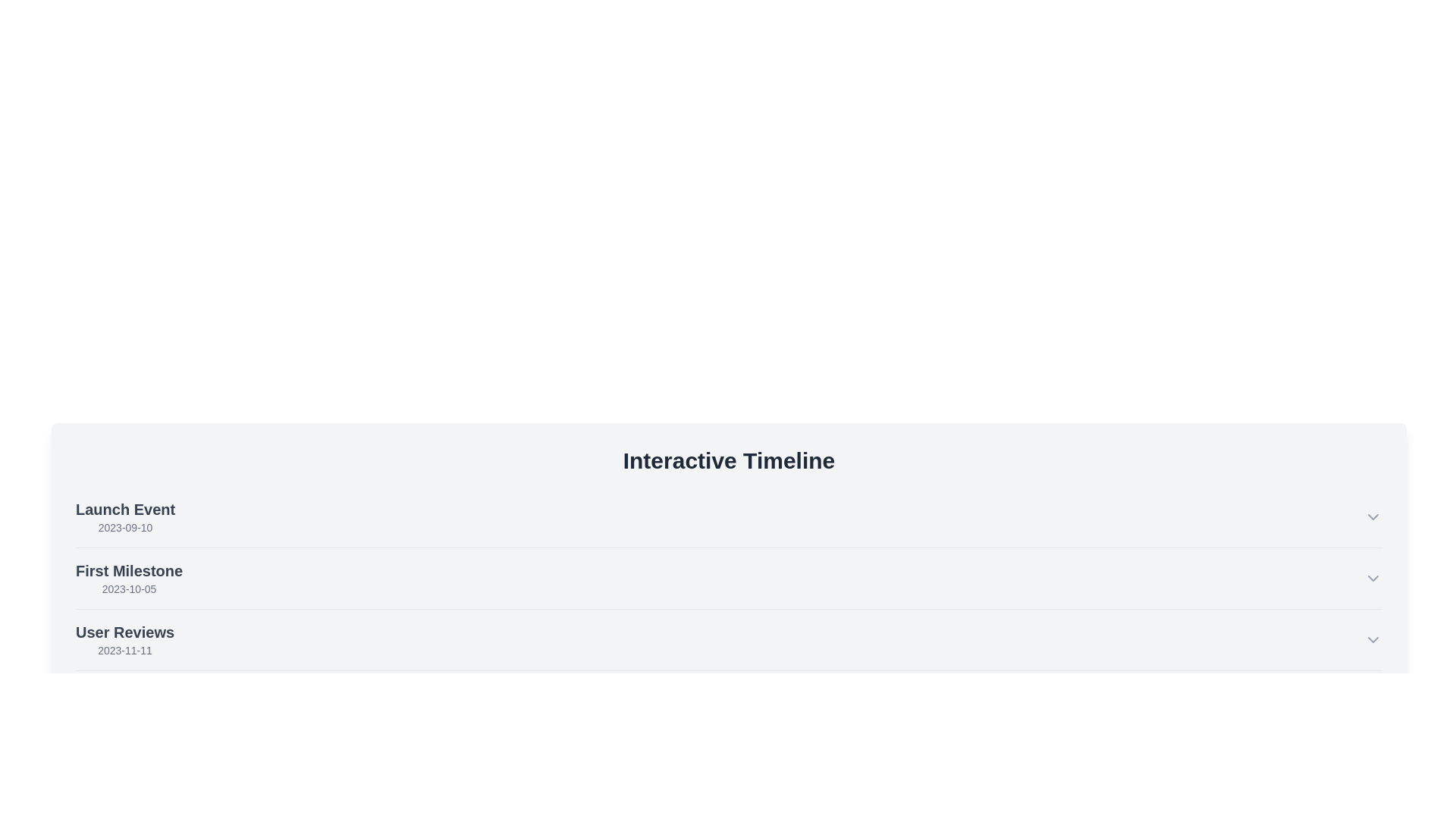  Describe the element at coordinates (1373, 579) in the screenshot. I see `the downward-pointing gray arrow icon located to the right of the 'First Milestone' label and the date '2023-10-05'` at that location.